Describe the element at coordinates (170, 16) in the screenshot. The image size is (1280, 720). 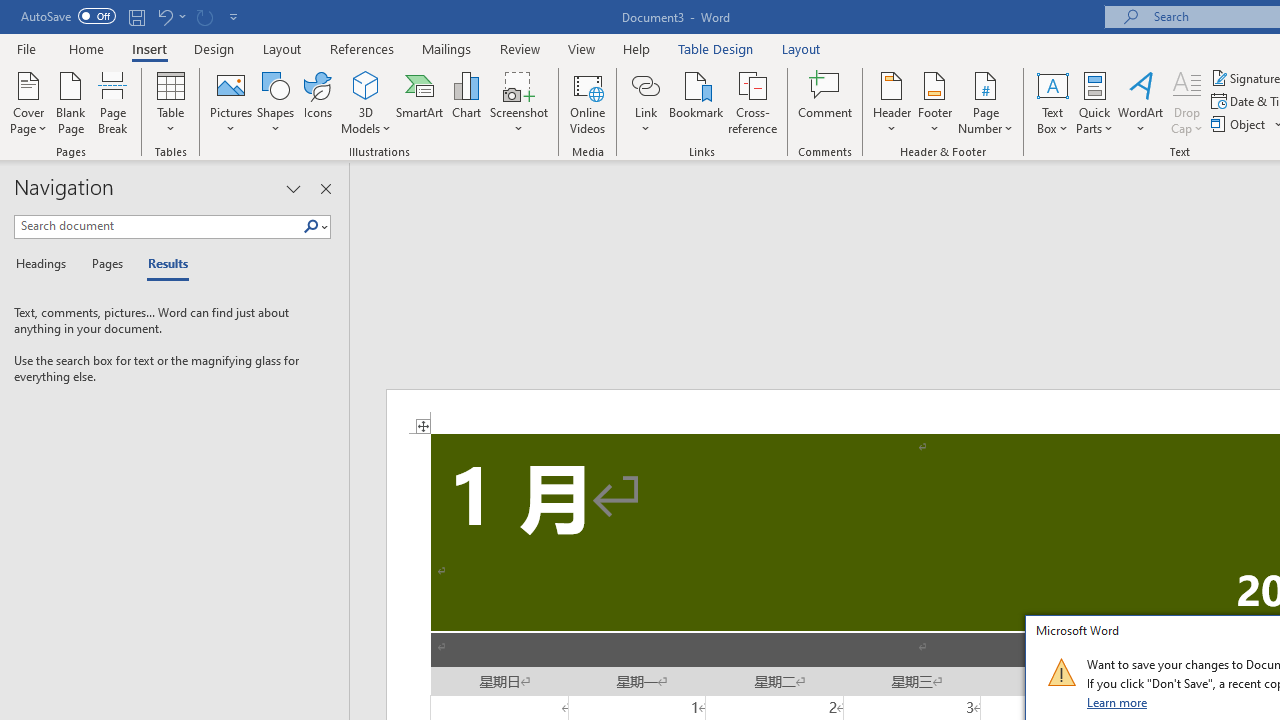
I see `'Undo Apply Quick Style'` at that location.